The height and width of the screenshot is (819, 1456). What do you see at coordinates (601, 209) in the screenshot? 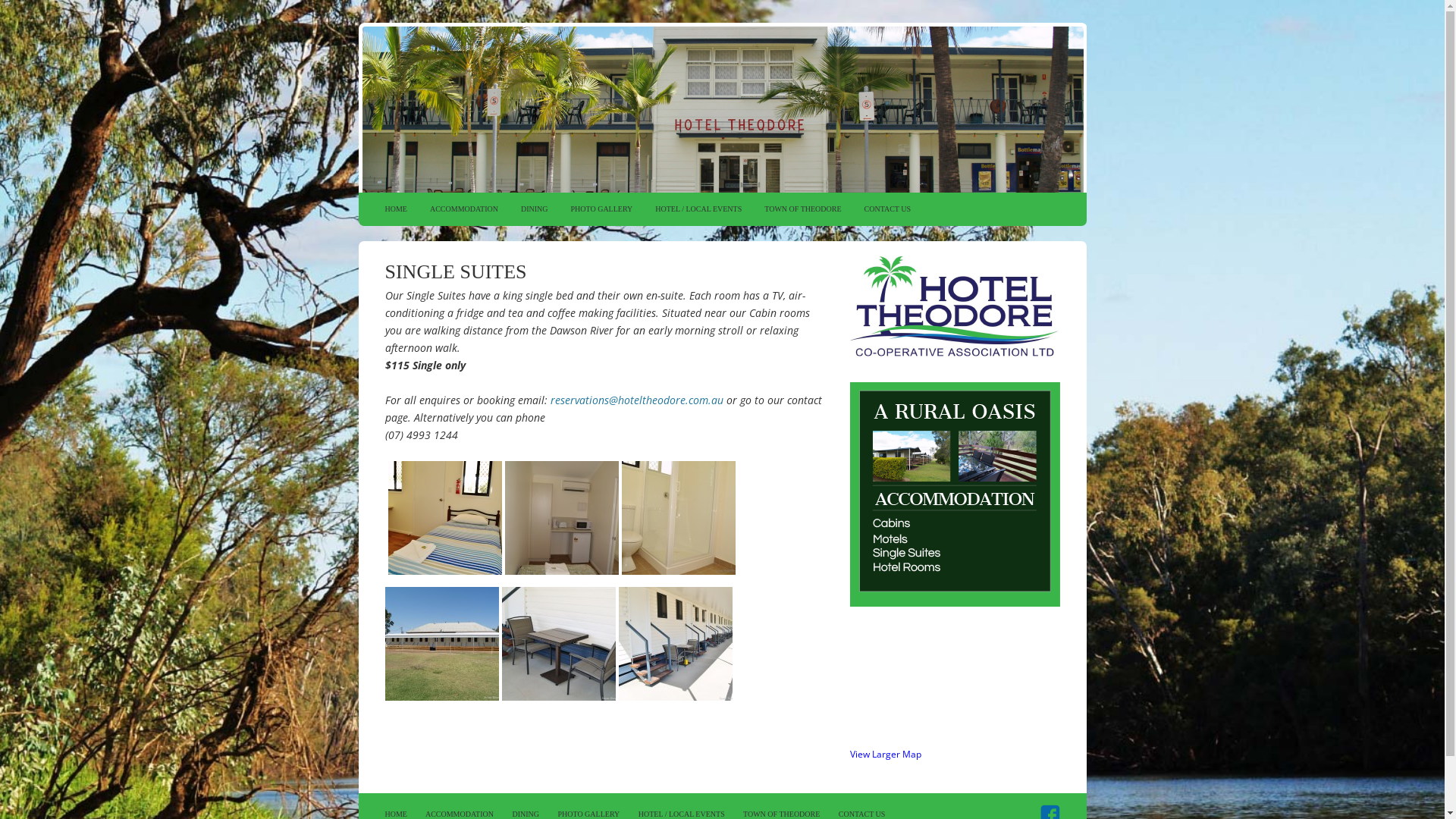
I see `'PHOTO GALLERY'` at bounding box center [601, 209].